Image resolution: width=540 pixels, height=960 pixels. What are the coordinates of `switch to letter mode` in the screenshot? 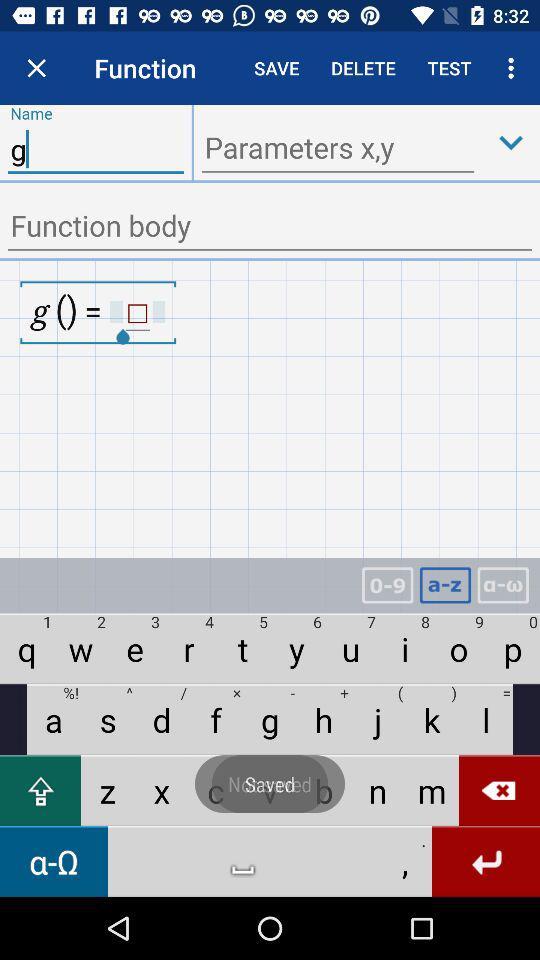 It's located at (445, 585).